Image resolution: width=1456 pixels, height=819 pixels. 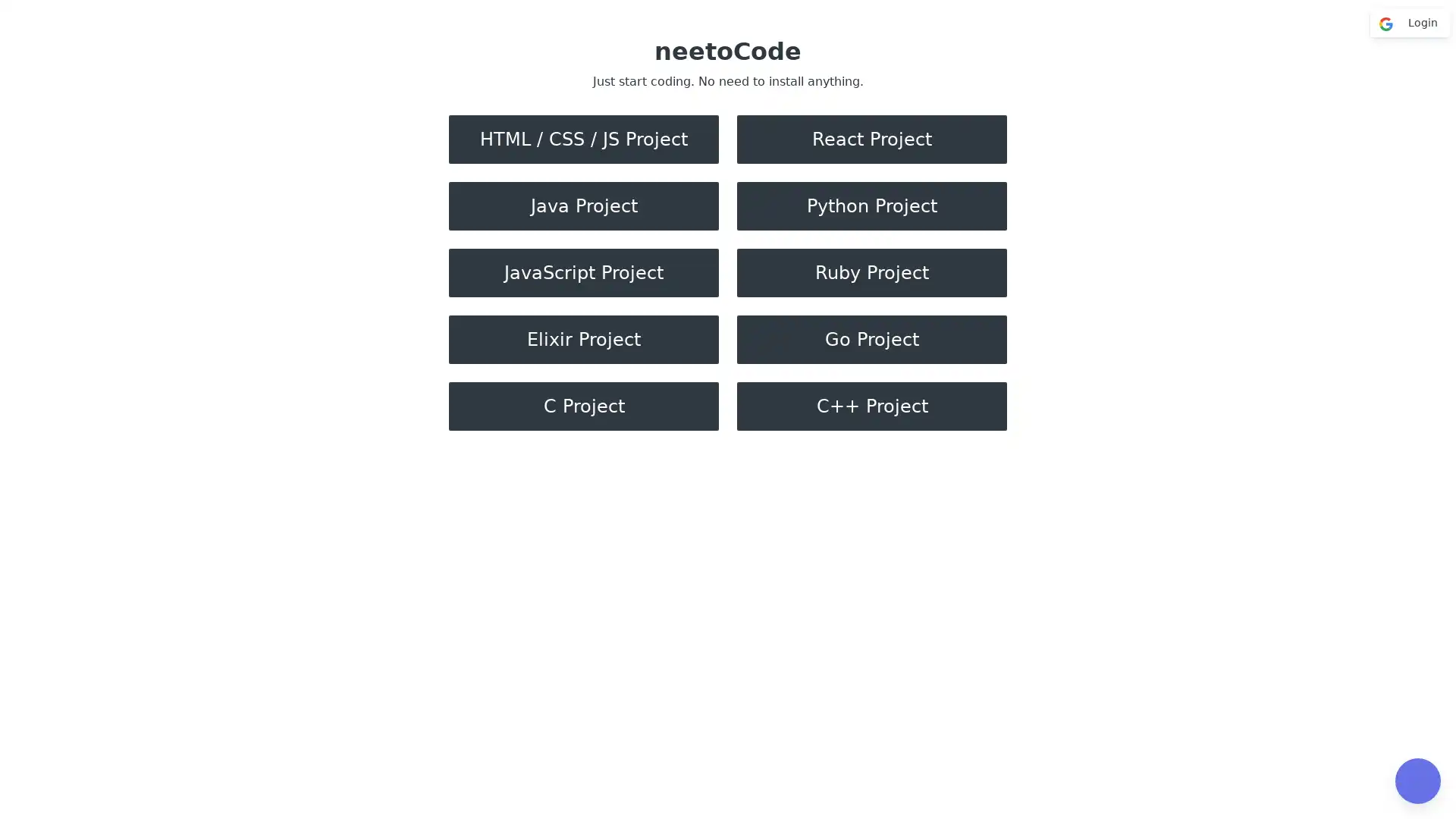 What do you see at coordinates (582, 206) in the screenshot?
I see `Java Project` at bounding box center [582, 206].